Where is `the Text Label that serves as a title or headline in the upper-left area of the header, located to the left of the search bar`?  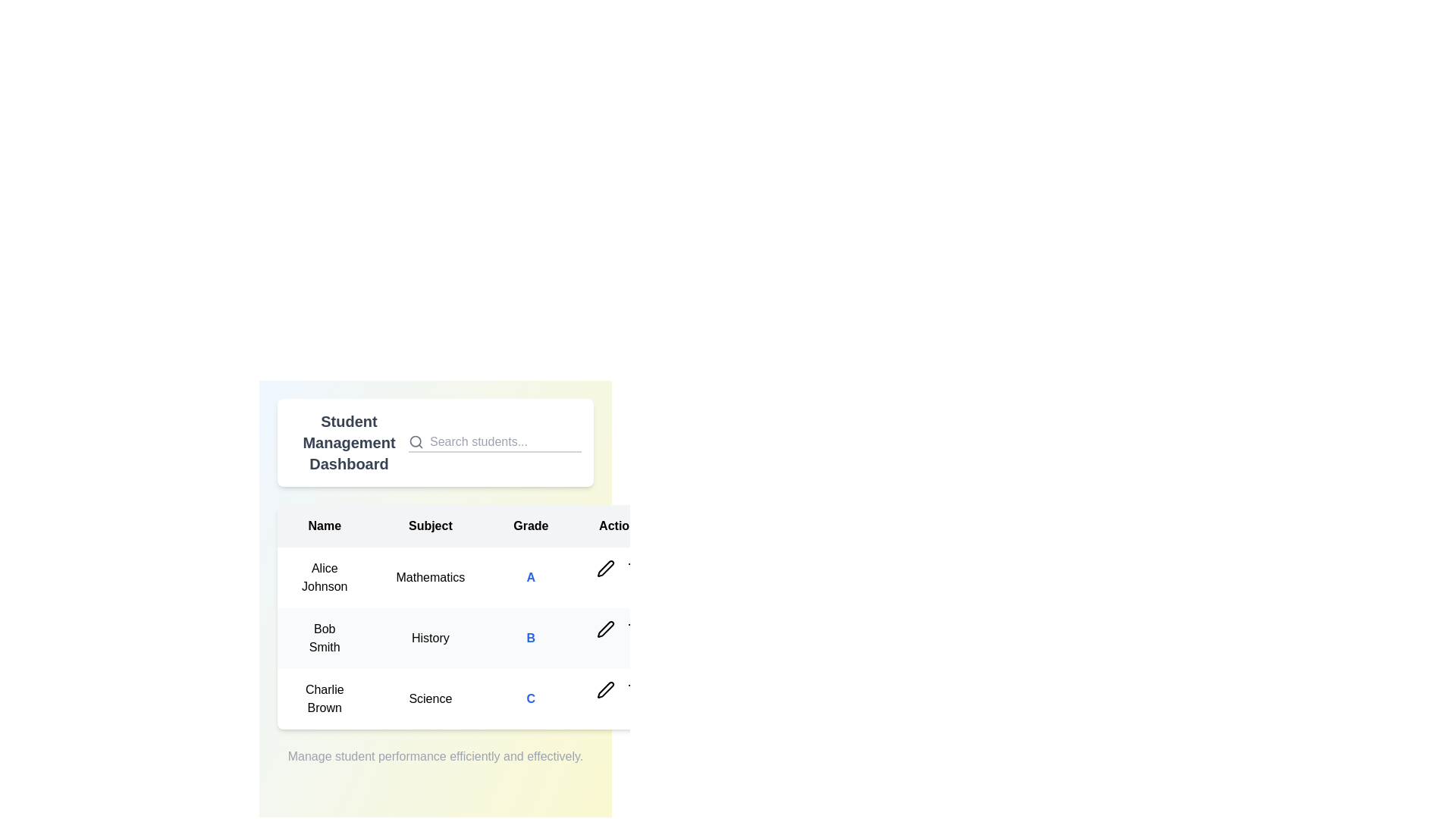 the Text Label that serves as a title or headline in the upper-left area of the header, located to the left of the search bar is located at coordinates (348, 442).